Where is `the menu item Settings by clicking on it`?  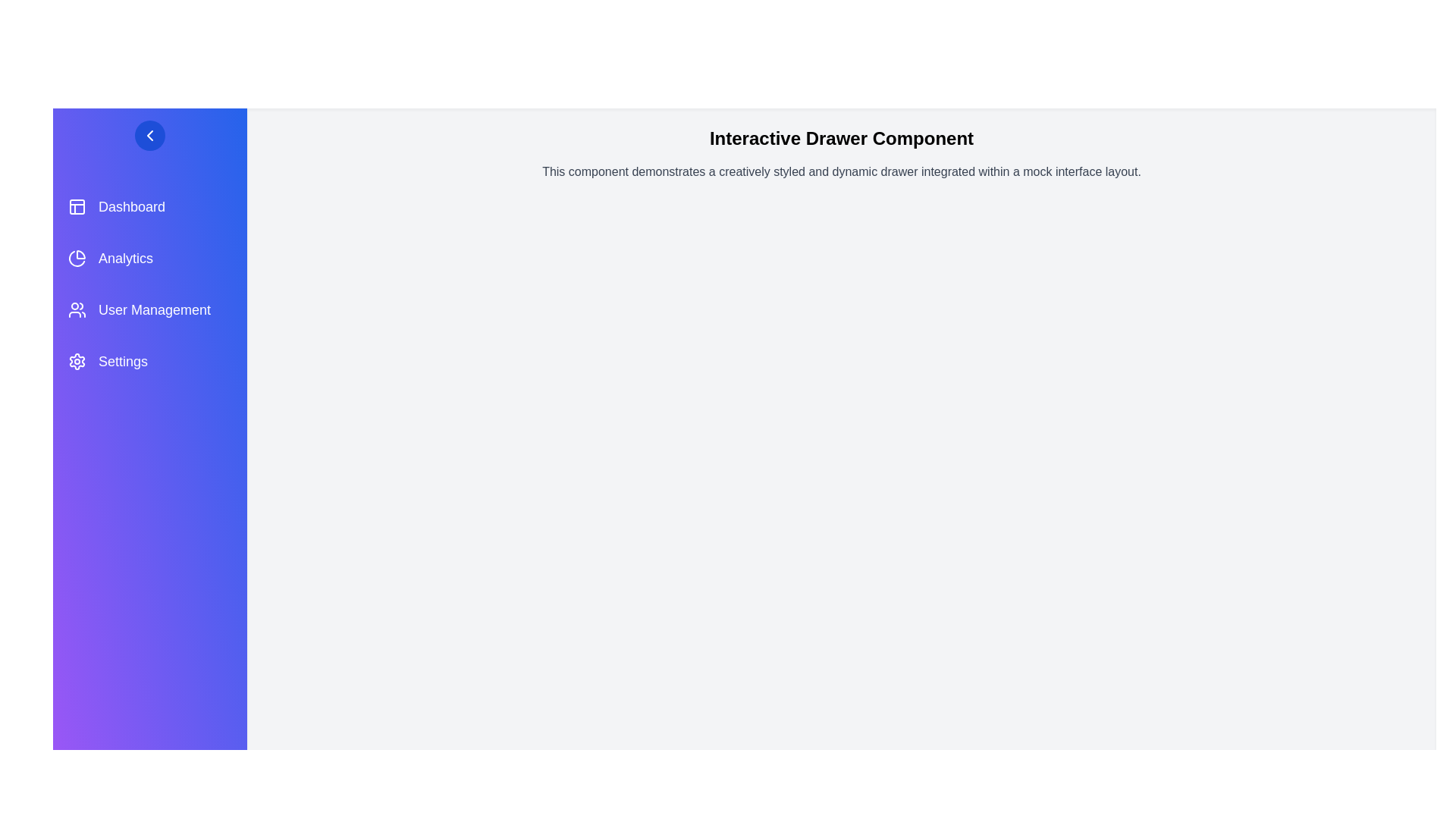
the menu item Settings by clicking on it is located at coordinates (149, 362).